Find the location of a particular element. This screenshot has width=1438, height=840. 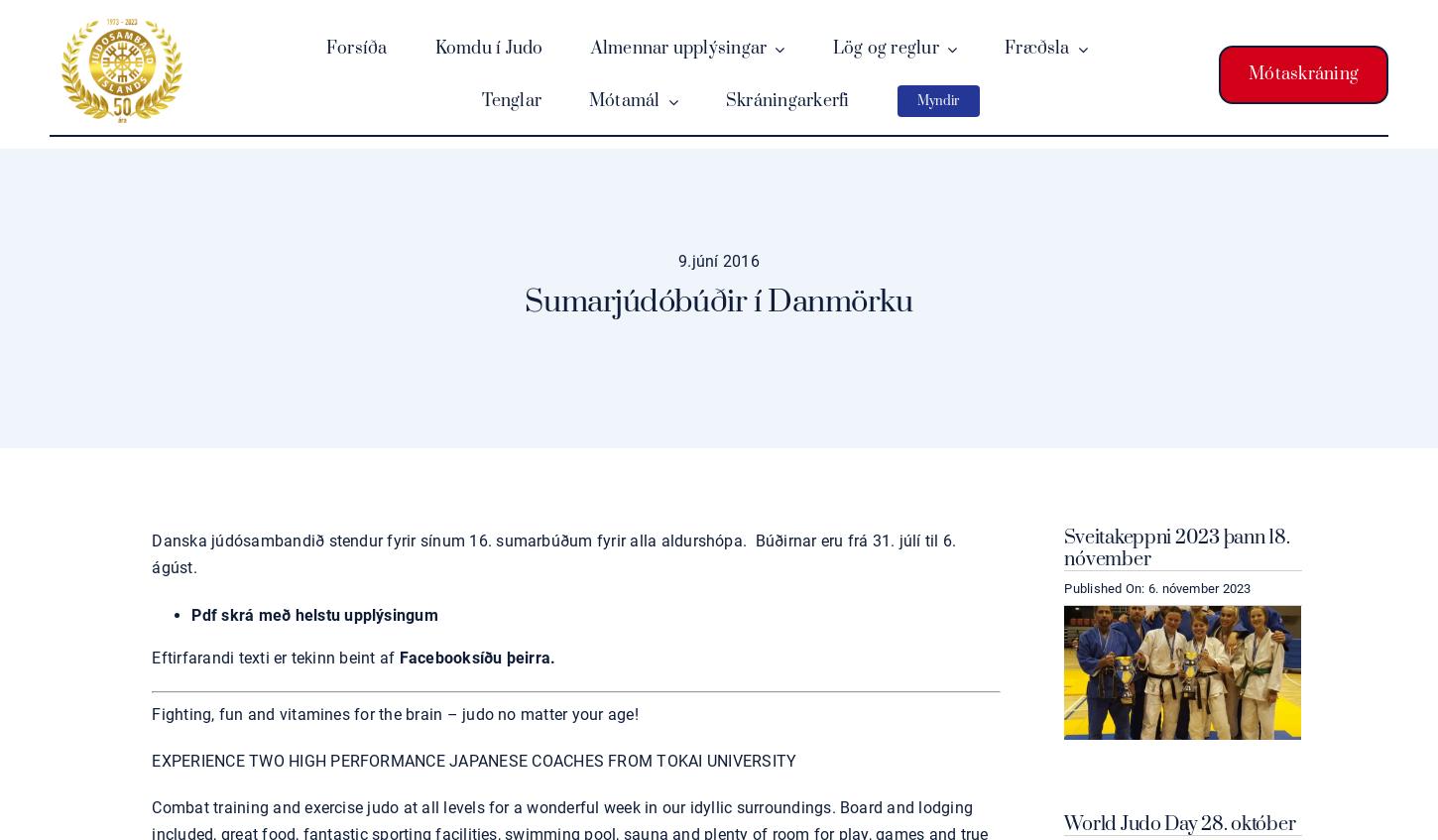

'Mótaskrár' is located at coordinates (644, 207).